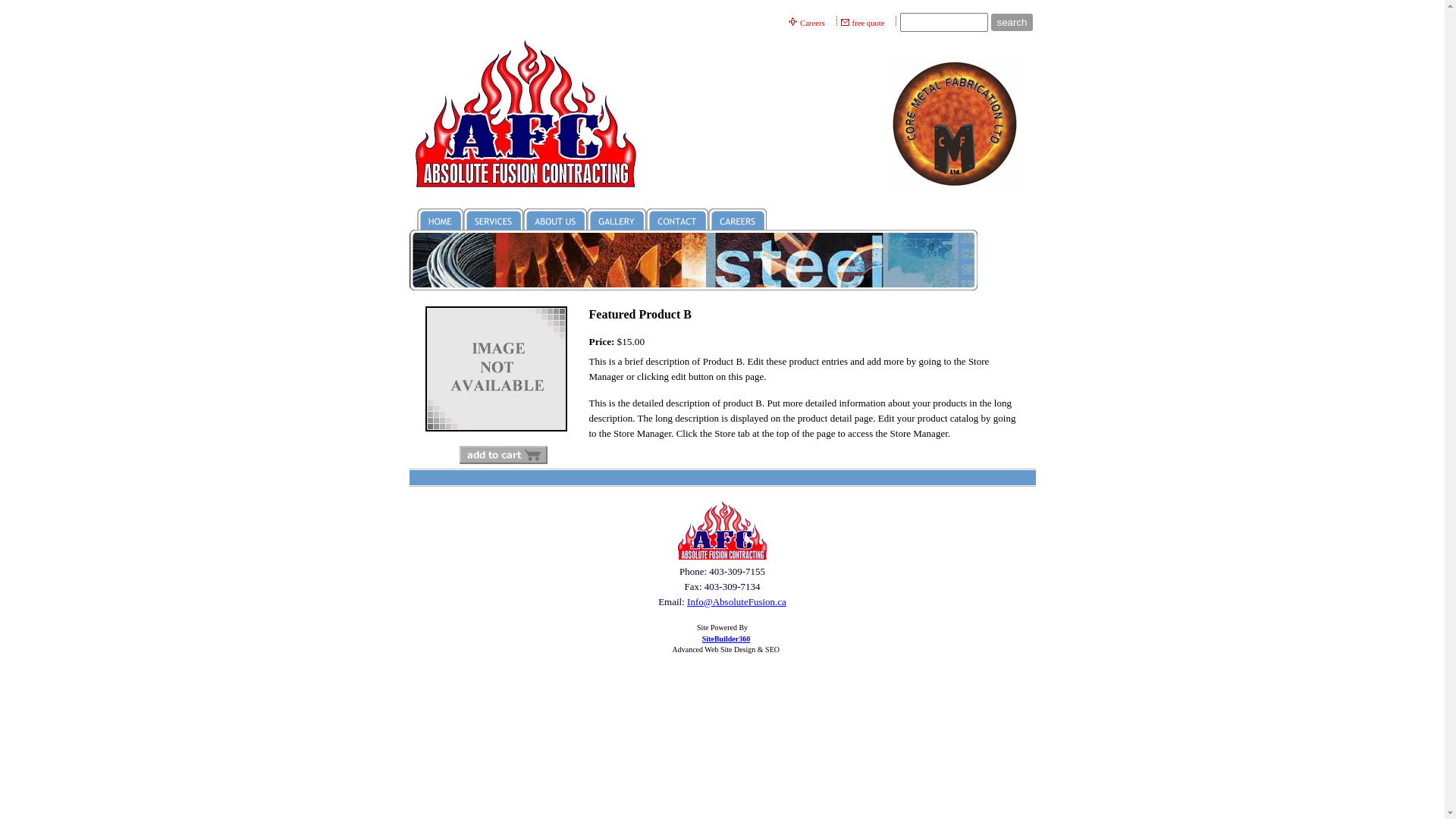 The height and width of the screenshot is (819, 1456). What do you see at coordinates (869, 23) in the screenshot?
I see `'free quote'` at bounding box center [869, 23].